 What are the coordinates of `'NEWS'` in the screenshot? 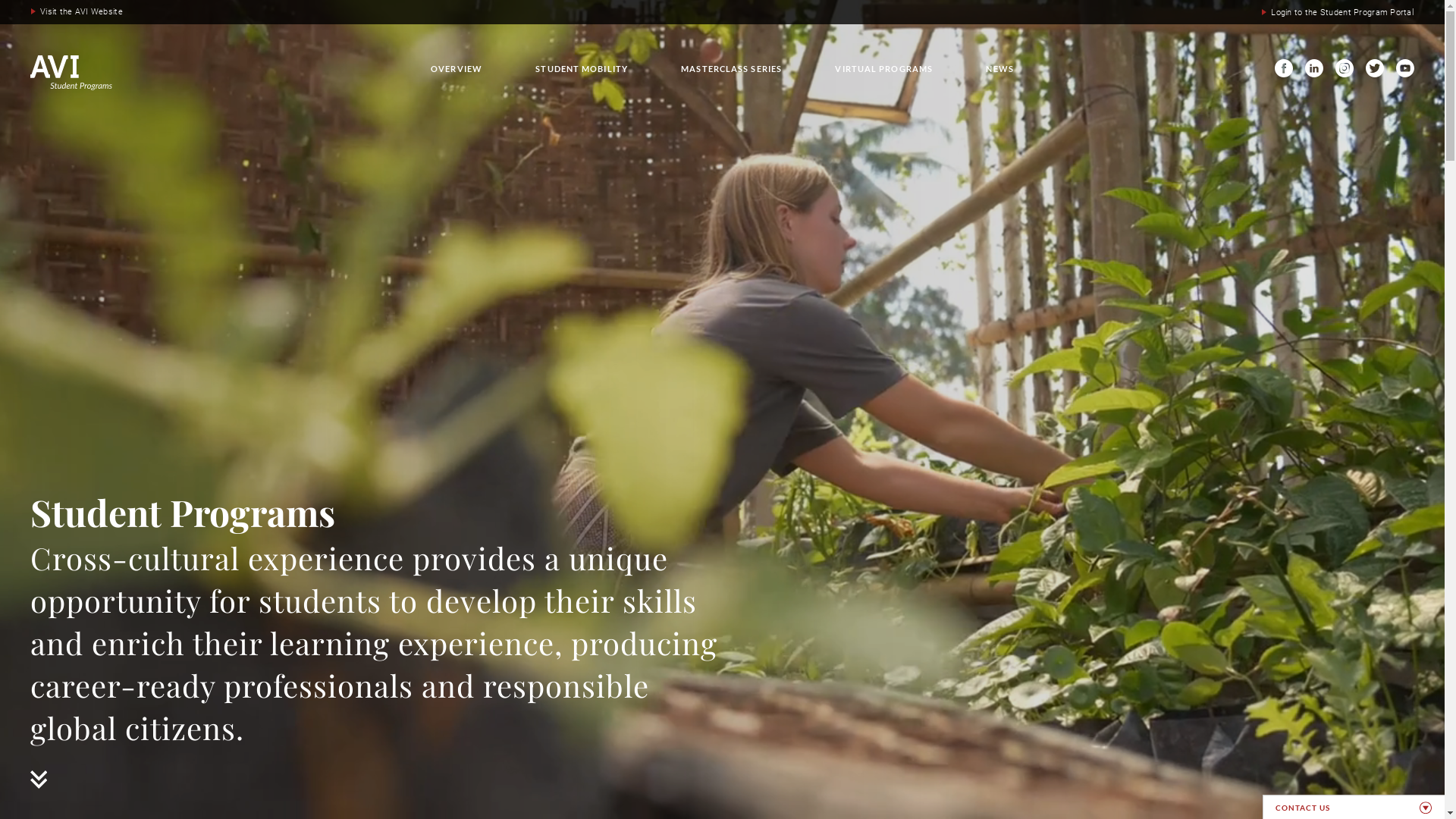 It's located at (999, 68).